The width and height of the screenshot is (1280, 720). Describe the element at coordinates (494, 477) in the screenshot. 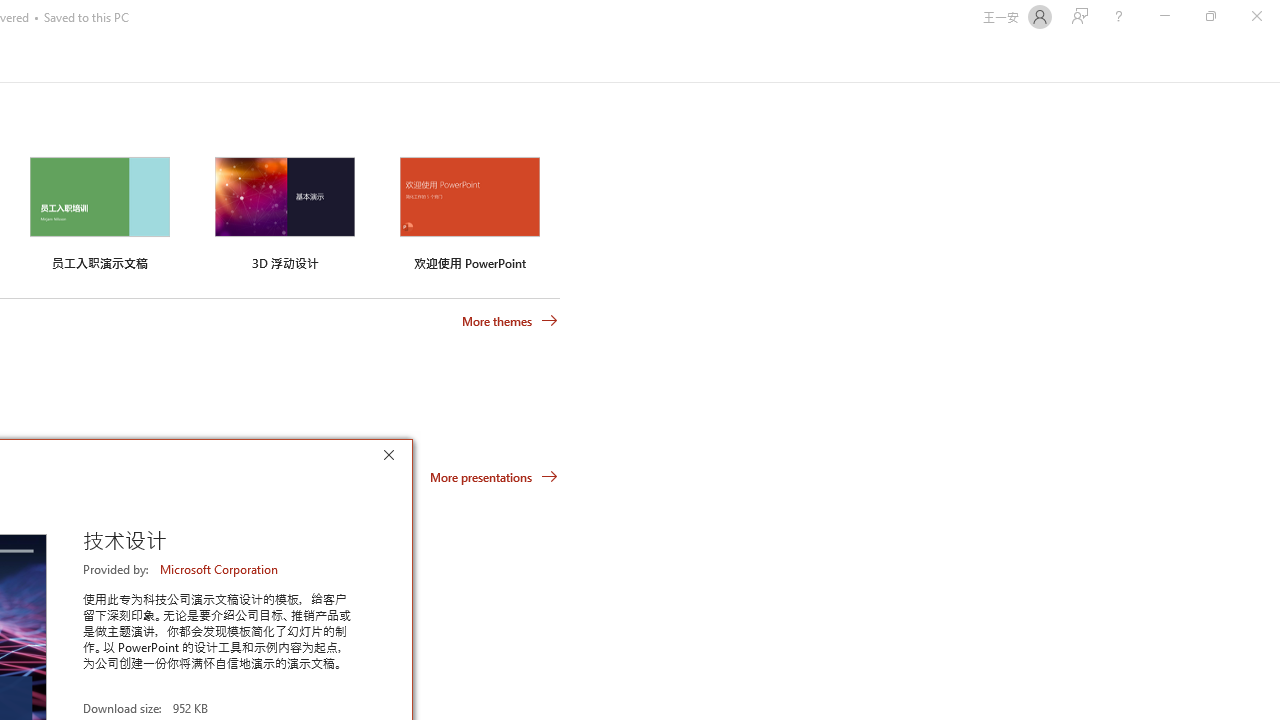

I see `'More presentations'` at that location.